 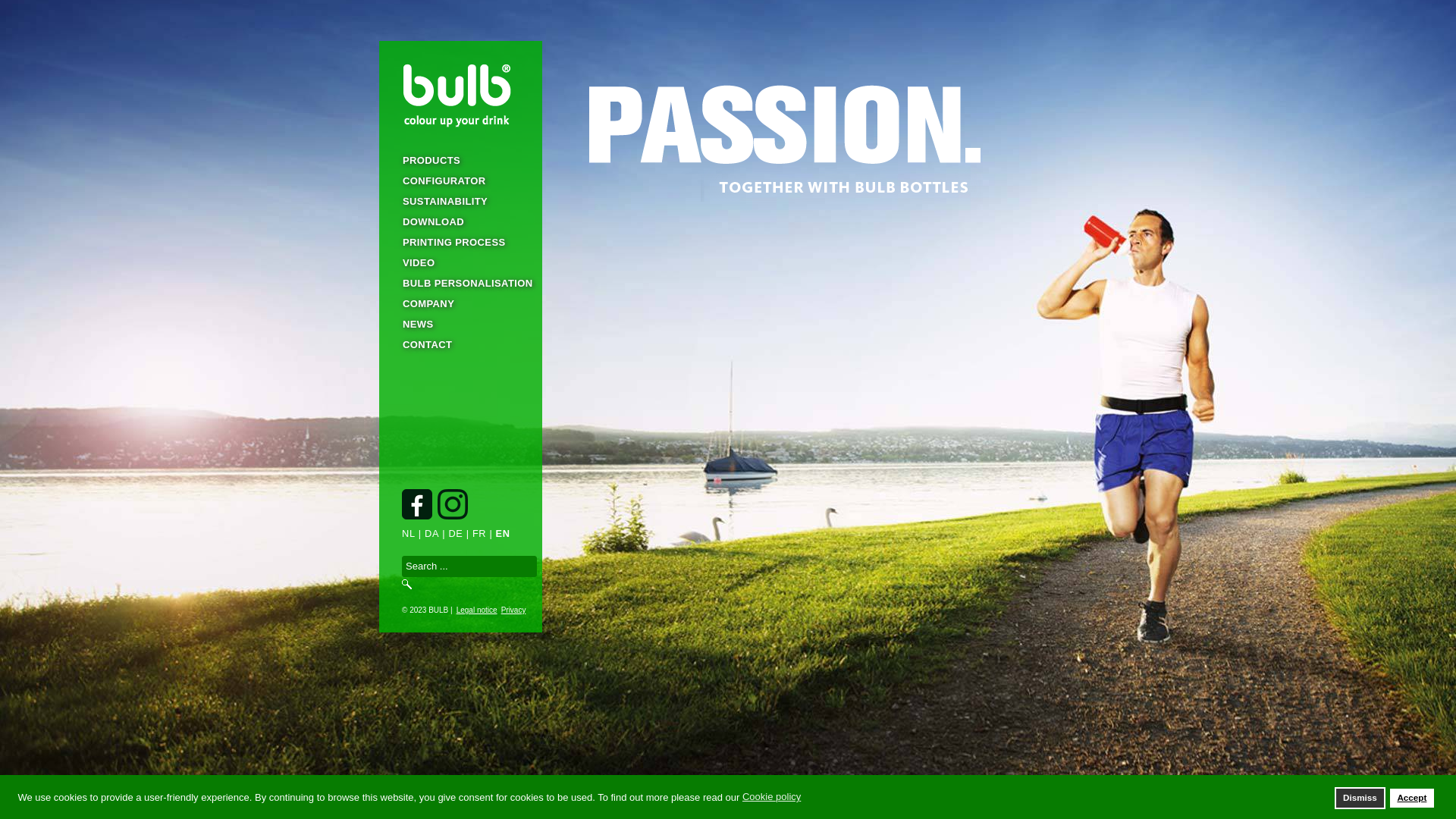 I want to click on 'Legal notice', so click(x=474, y=610).